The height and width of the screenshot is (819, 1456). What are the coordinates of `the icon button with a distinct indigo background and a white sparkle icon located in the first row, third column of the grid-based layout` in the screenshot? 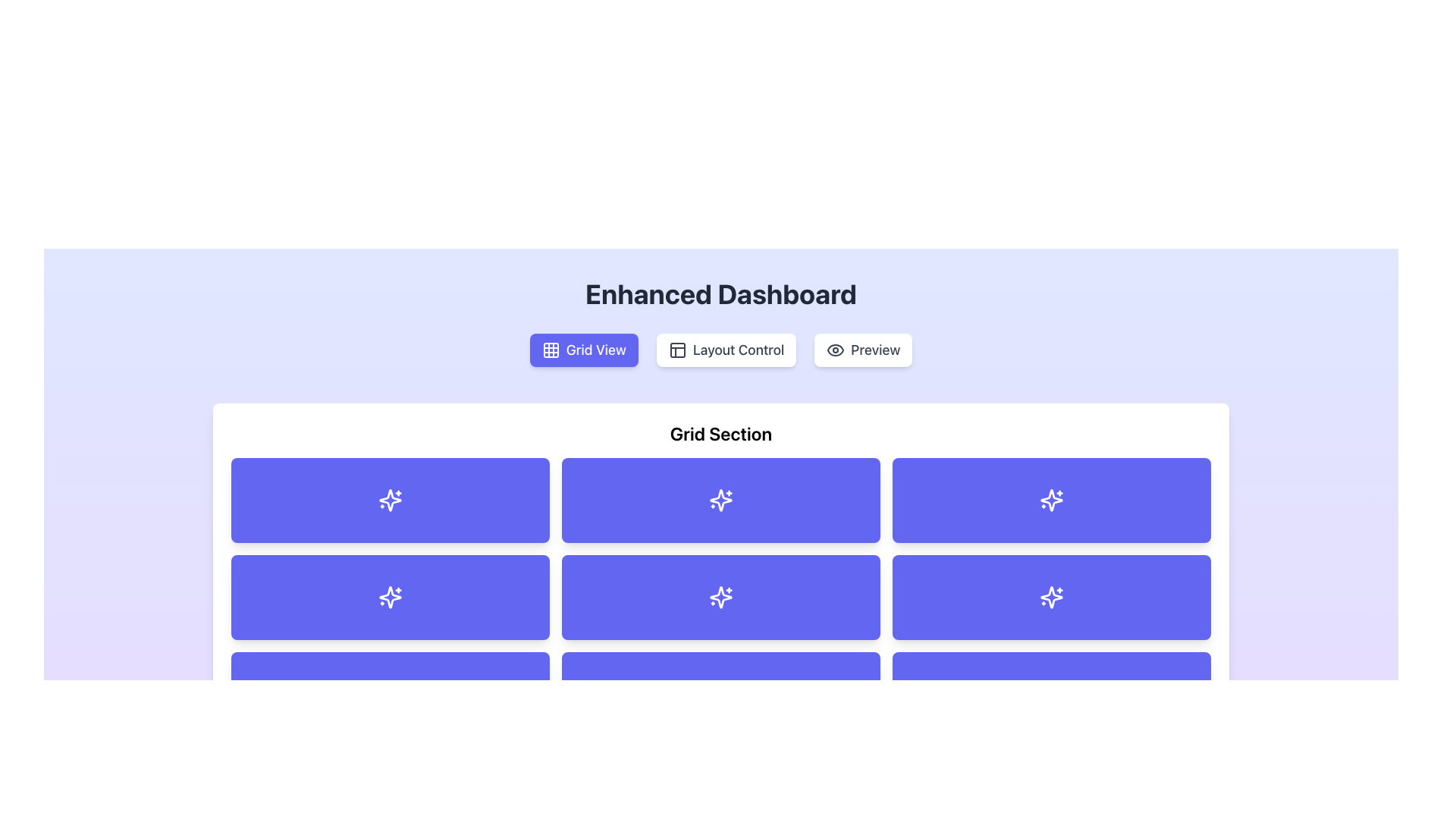 It's located at (1050, 500).